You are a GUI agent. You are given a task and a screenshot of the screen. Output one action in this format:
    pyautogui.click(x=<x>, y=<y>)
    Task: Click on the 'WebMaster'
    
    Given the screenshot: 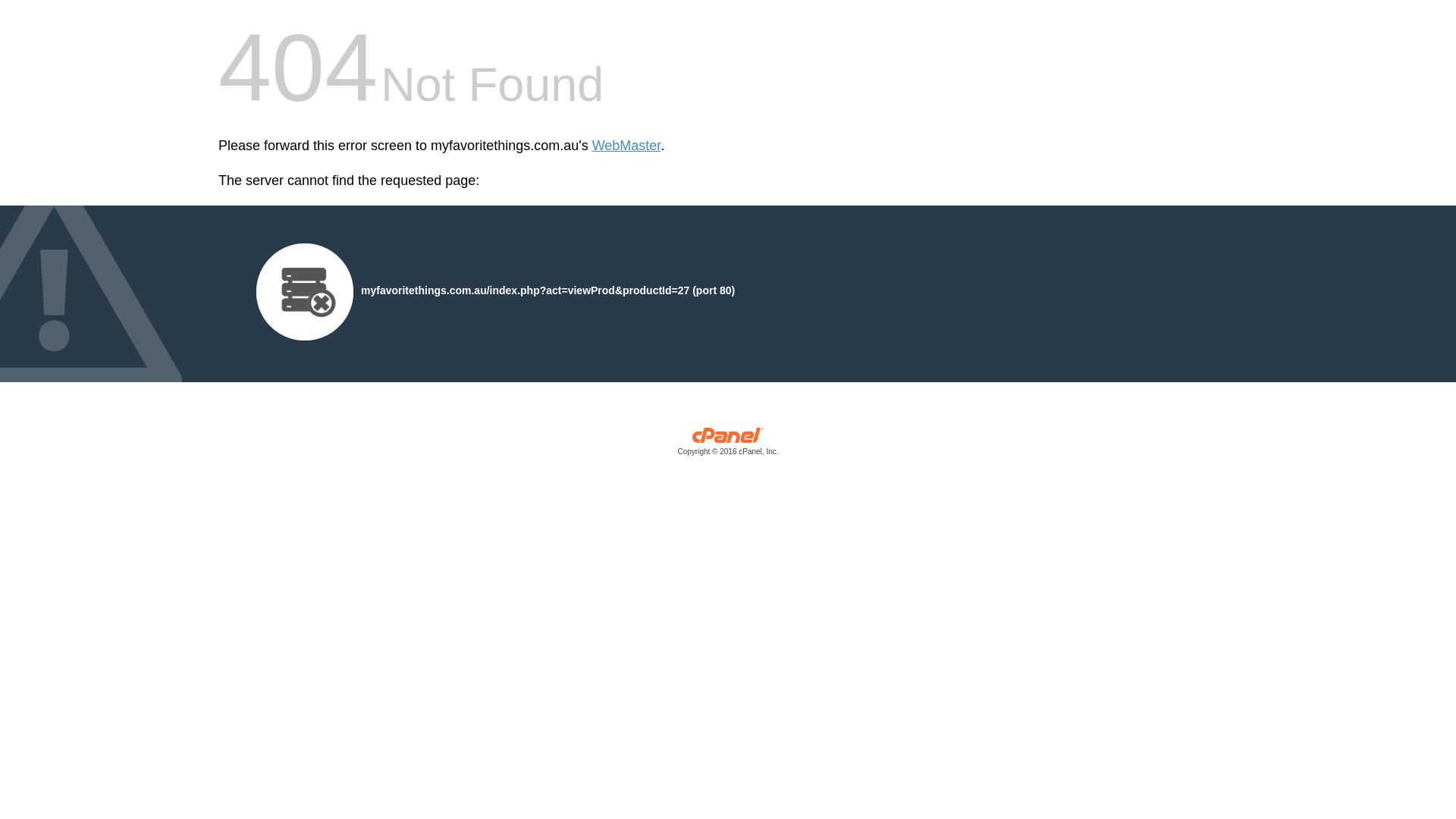 What is the action you would take?
    pyautogui.click(x=626, y=146)
    